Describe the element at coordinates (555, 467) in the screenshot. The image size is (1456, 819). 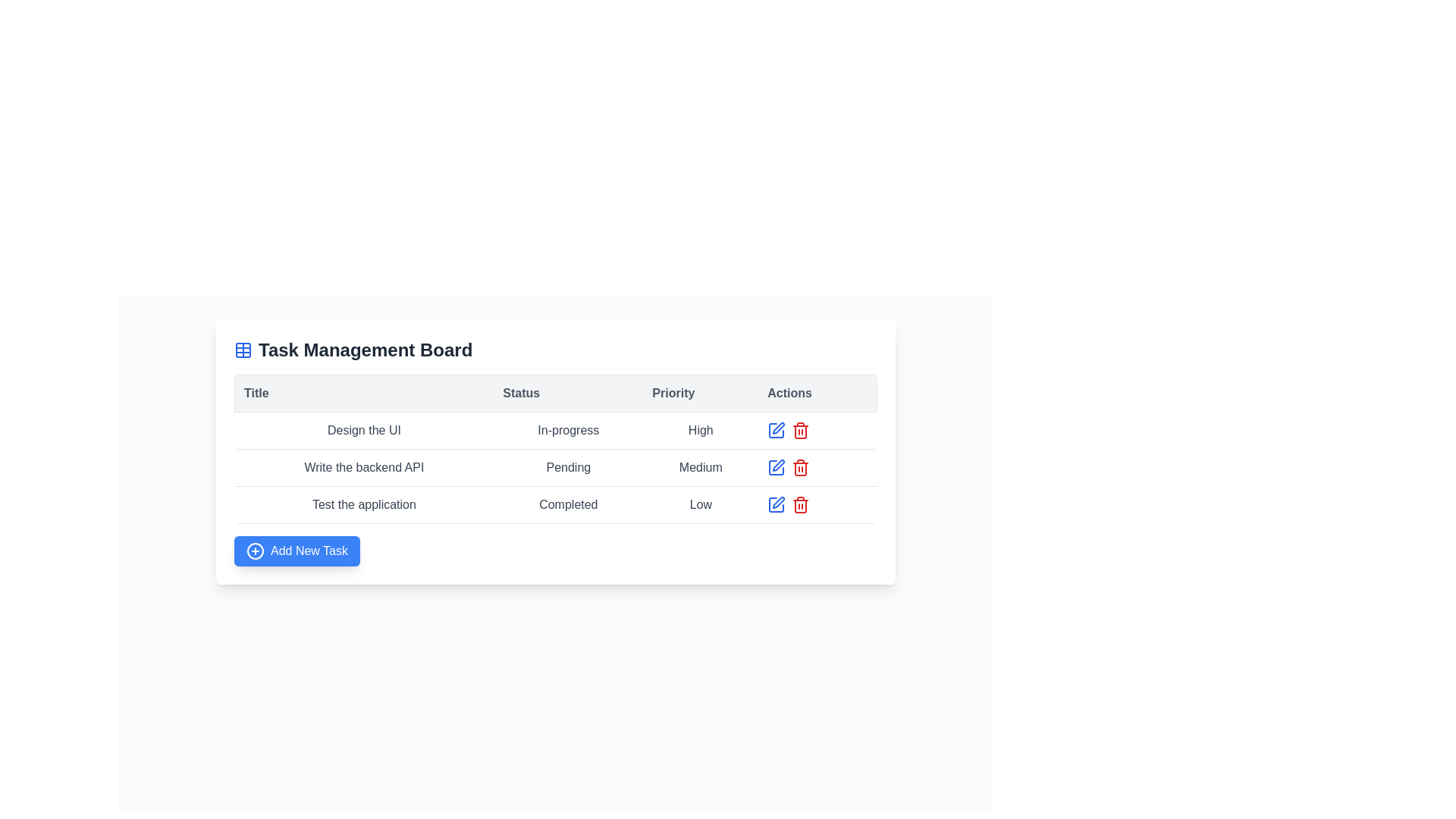
I see `the 'Pending' text label in bold black located in the 'Status' column of the second row of the table for the task 'Write the backend API'` at that location.